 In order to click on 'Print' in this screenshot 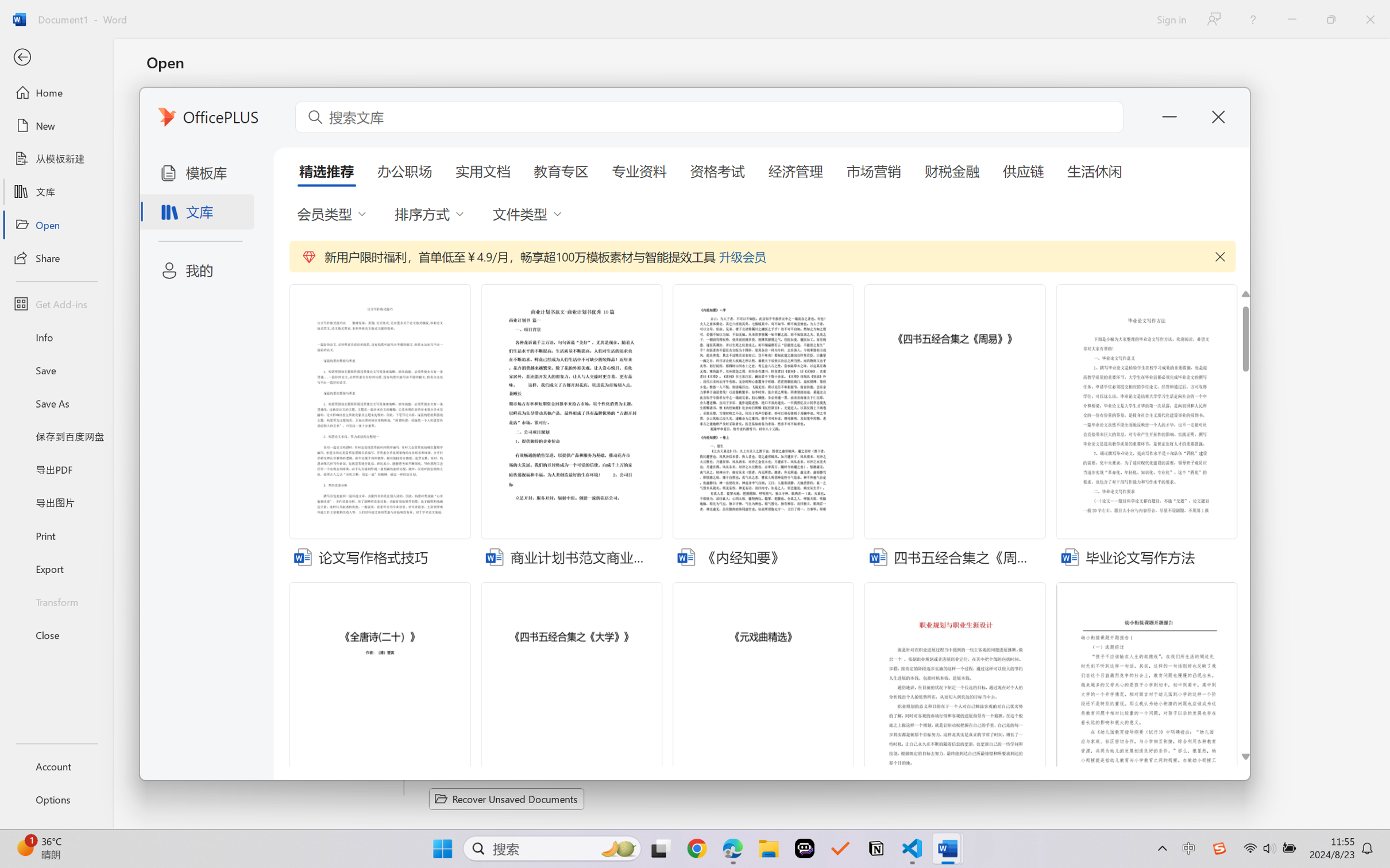, I will do `click(56, 536)`.